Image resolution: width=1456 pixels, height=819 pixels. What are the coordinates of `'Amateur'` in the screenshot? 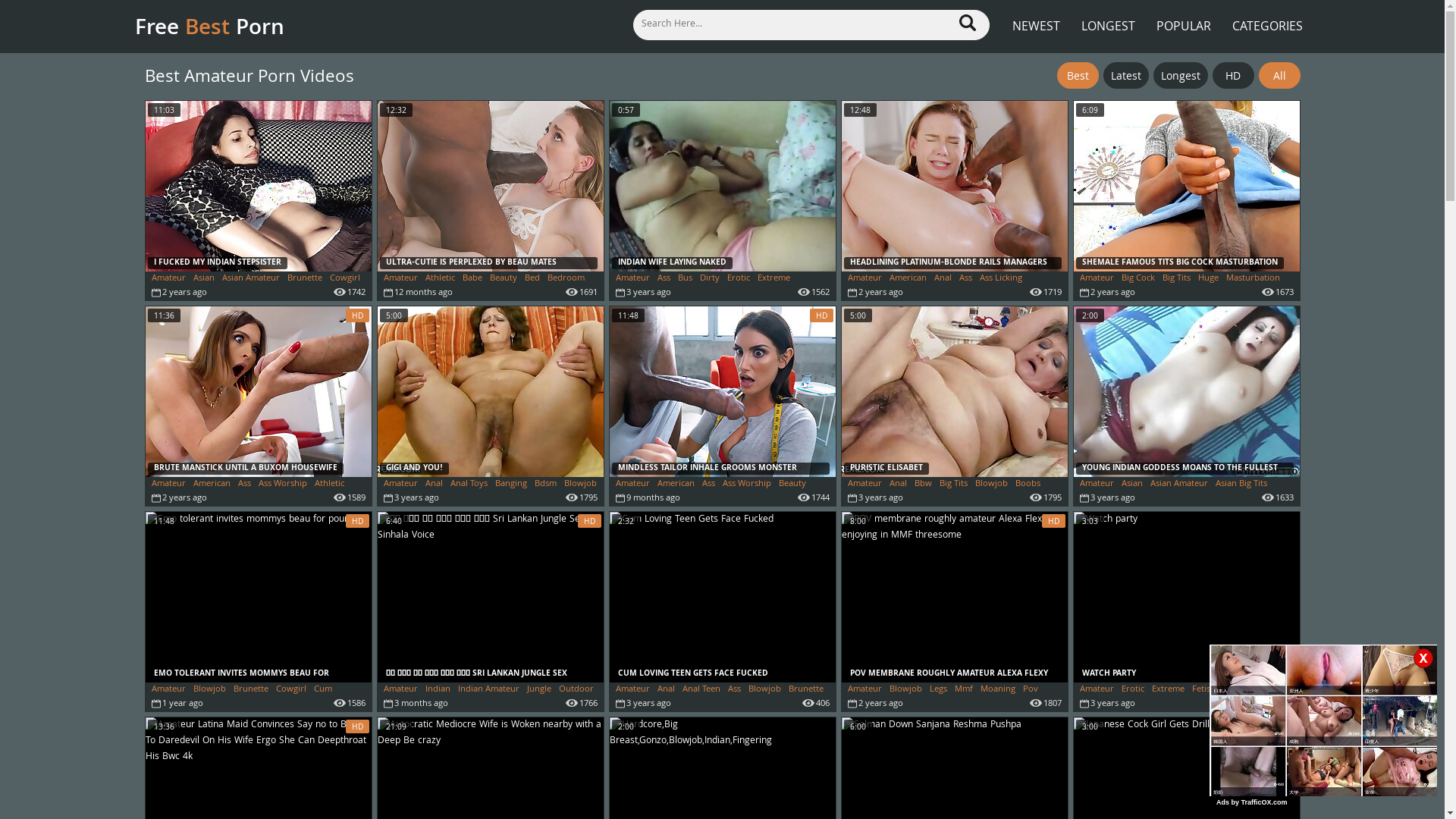 It's located at (847, 484).